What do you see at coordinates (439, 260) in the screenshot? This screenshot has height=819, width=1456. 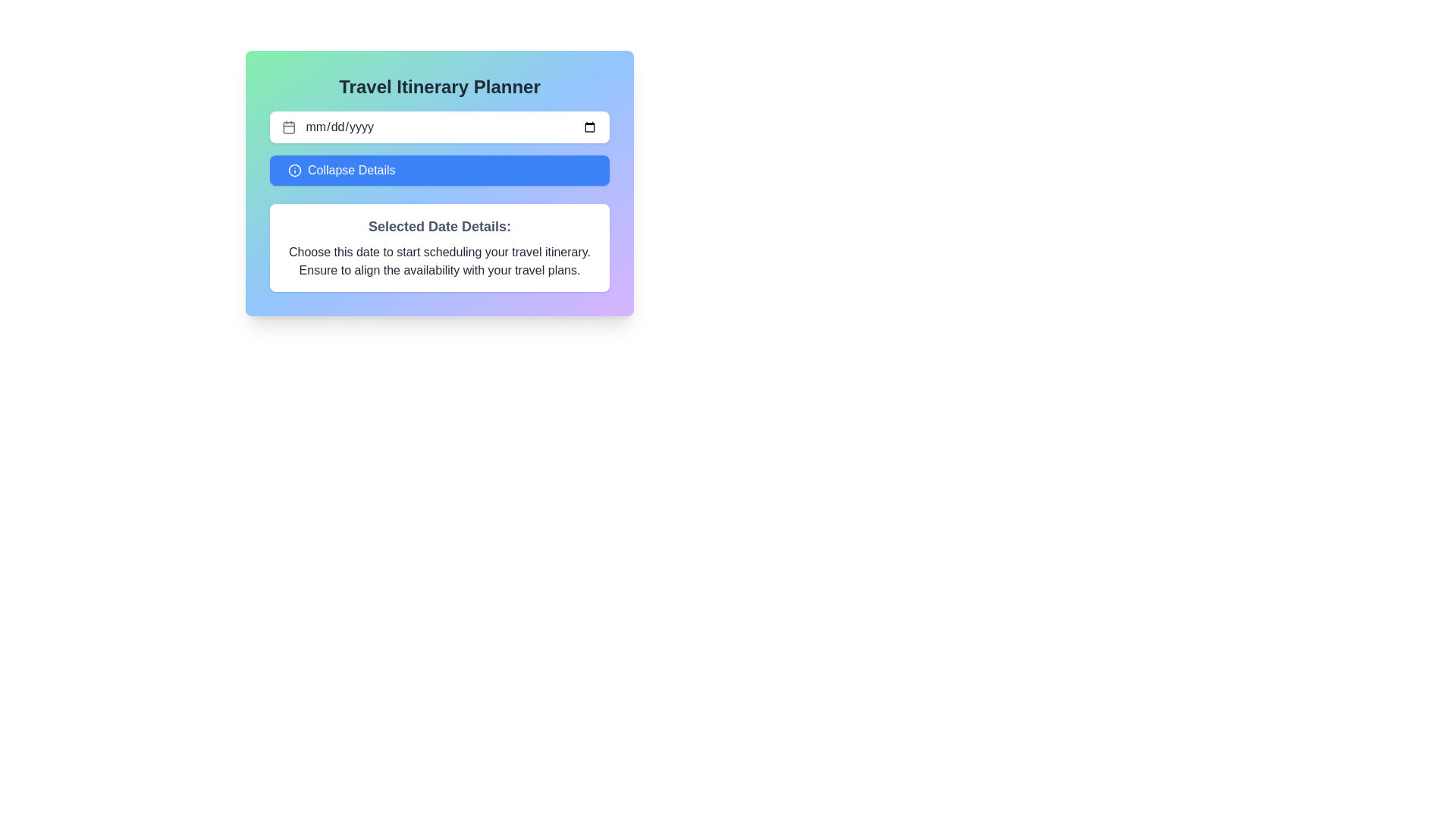 I see `the static text providing guidance about scheduling a travel itinerary, located below the 'Selected Date Details:' header` at bounding box center [439, 260].